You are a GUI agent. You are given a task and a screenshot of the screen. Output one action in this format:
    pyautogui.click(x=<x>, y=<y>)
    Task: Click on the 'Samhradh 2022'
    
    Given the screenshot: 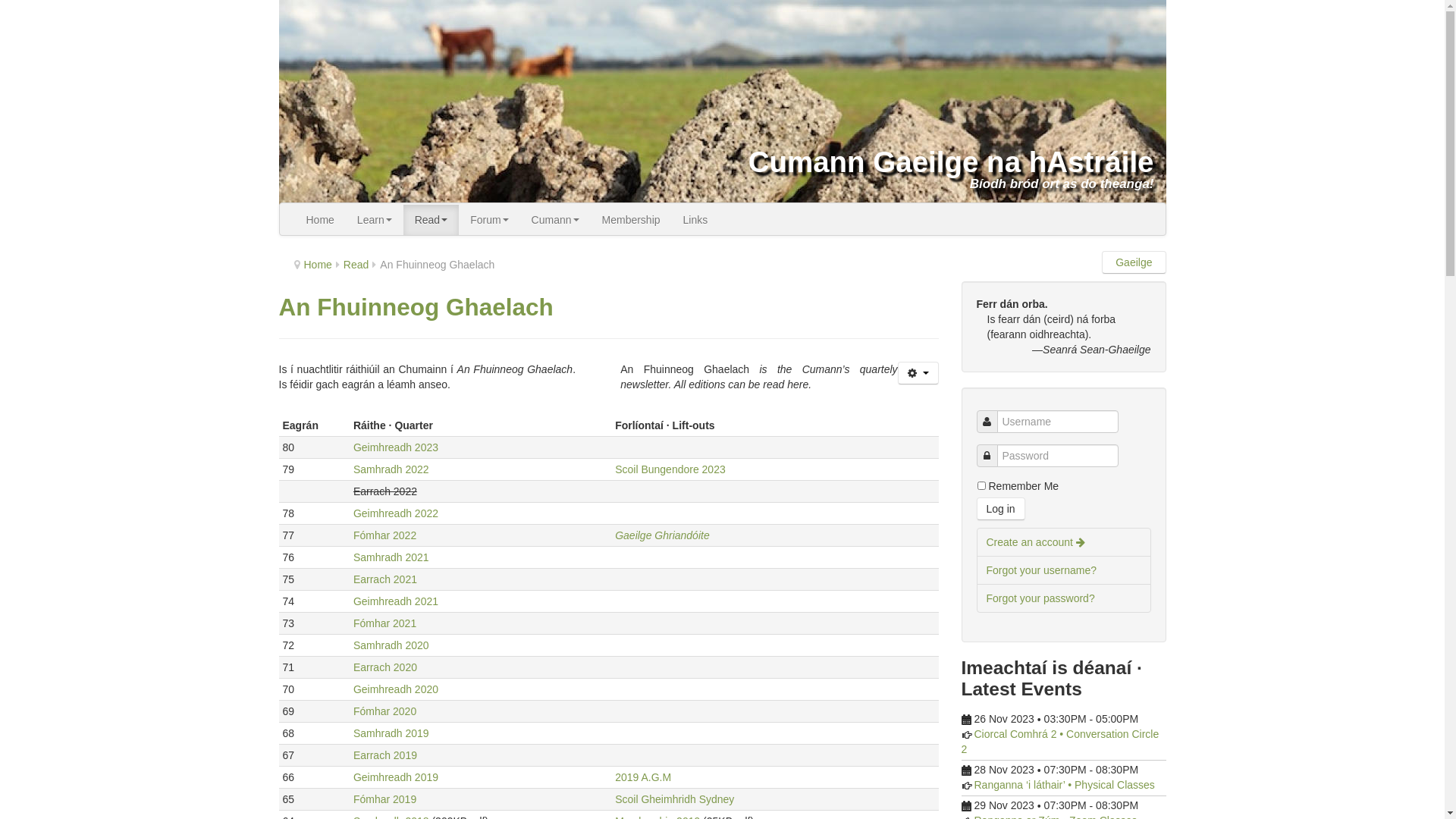 What is the action you would take?
    pyautogui.click(x=391, y=468)
    